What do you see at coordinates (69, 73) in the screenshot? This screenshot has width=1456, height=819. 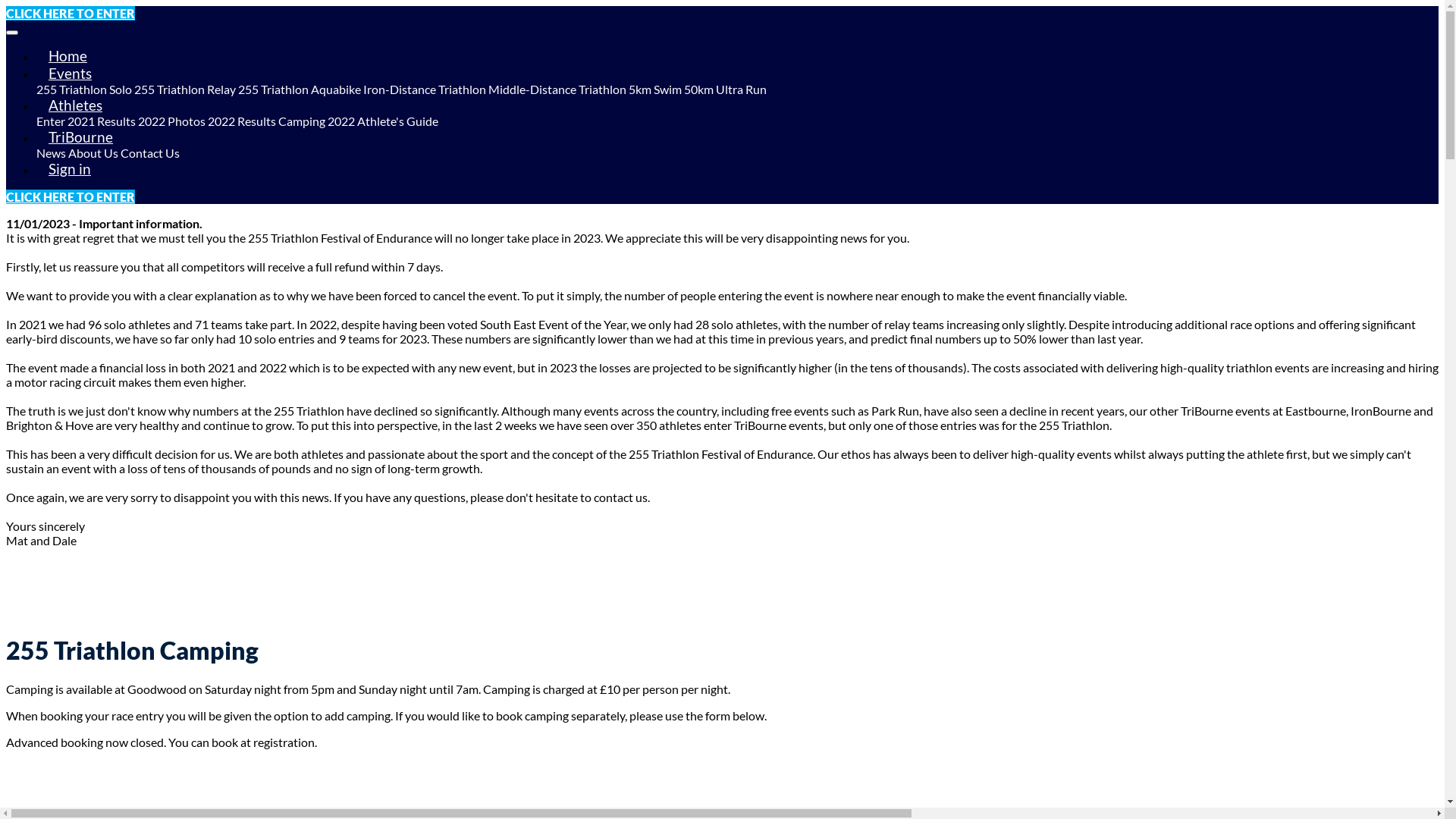 I see `'Events'` at bounding box center [69, 73].